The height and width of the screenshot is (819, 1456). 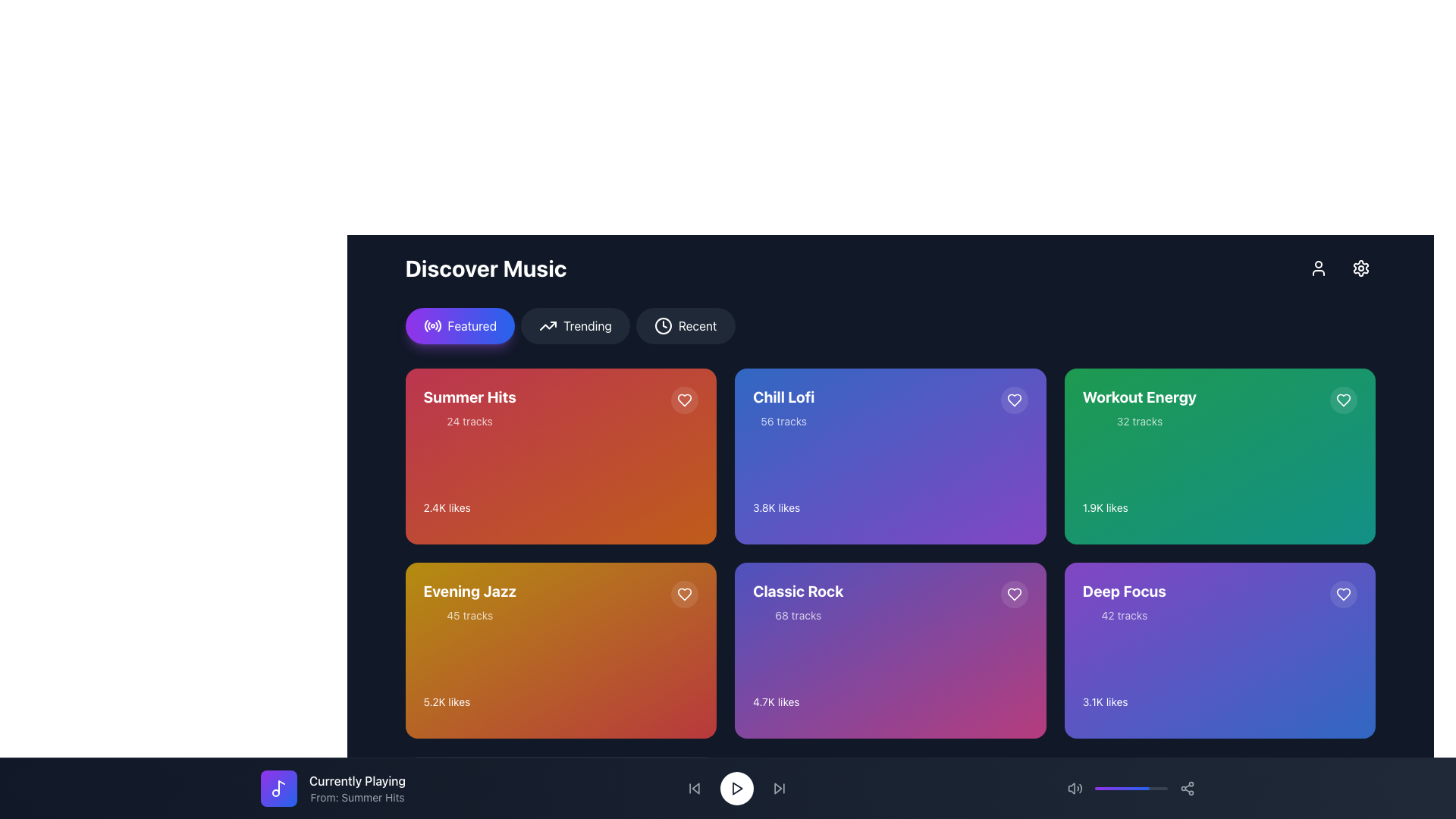 What do you see at coordinates (1344, 400) in the screenshot?
I see `the Heart button located at the top right corner of the 'Workout Energy' card to favorite the card` at bounding box center [1344, 400].